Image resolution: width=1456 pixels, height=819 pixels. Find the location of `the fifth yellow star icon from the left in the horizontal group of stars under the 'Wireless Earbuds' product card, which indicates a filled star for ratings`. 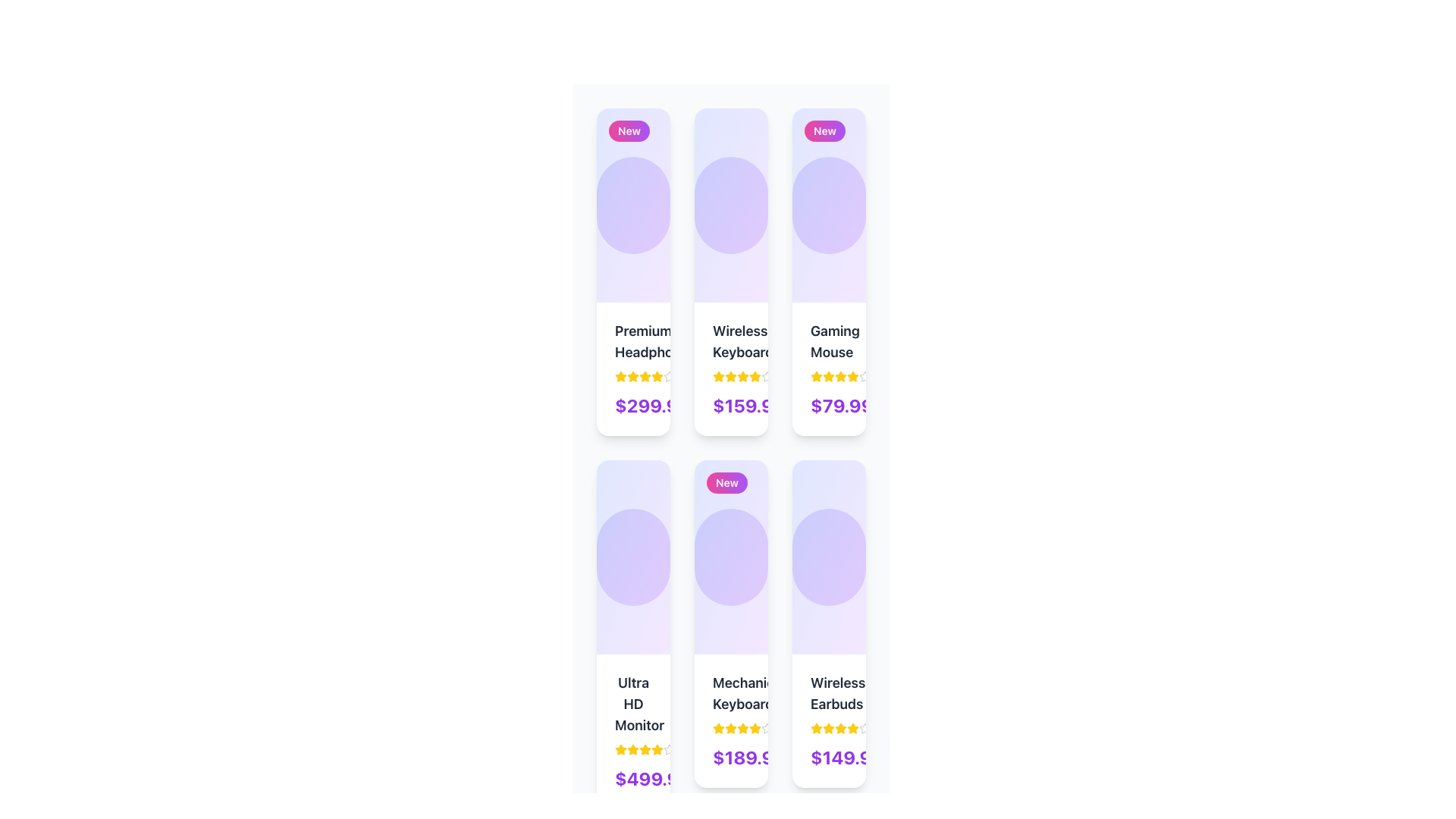

the fifth yellow star icon from the left in the horizontal group of stars under the 'Wireless Earbuds' product card, which indicates a filled star for ratings is located at coordinates (852, 727).